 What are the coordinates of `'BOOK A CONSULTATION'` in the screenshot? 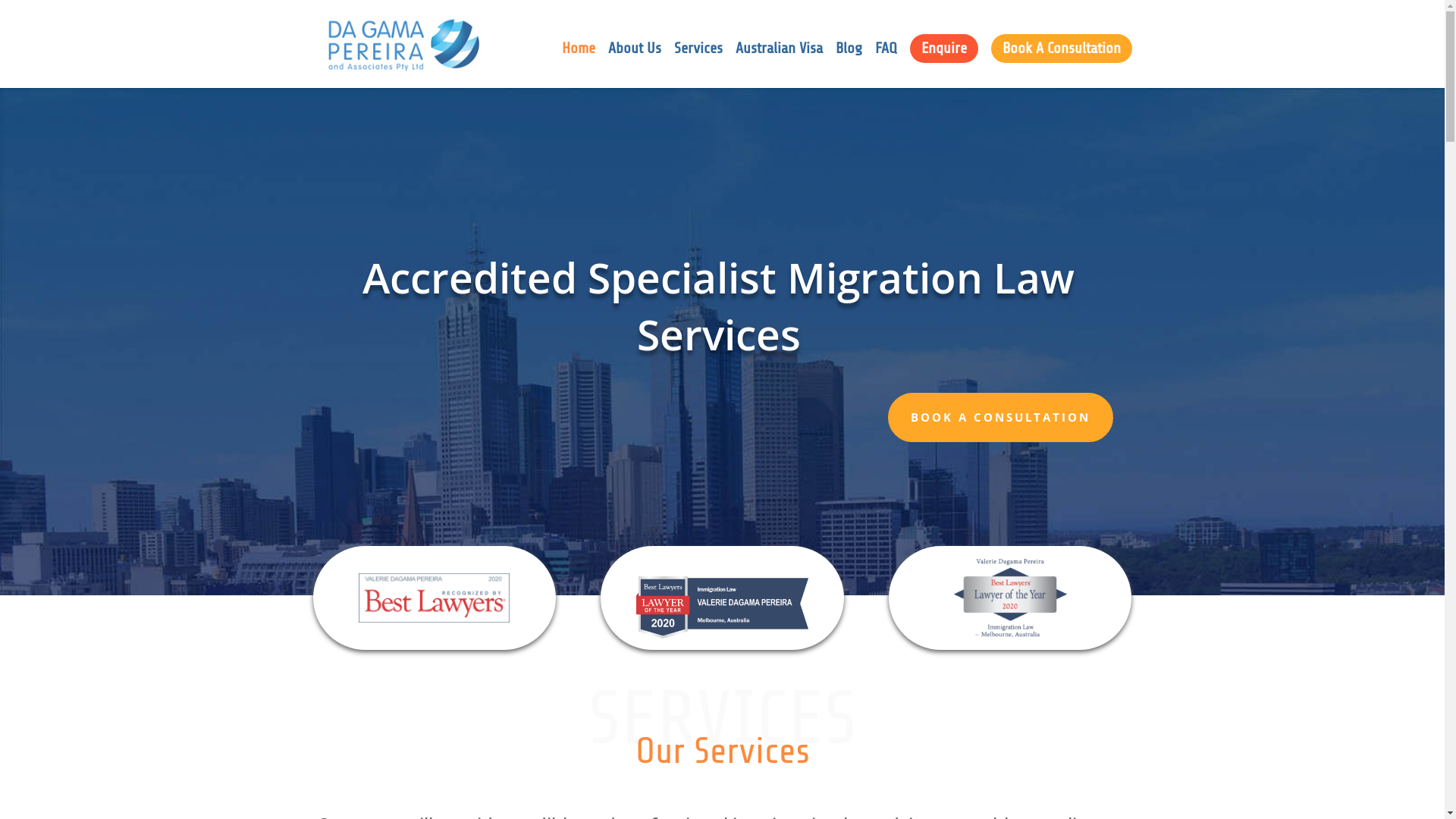 It's located at (999, 417).